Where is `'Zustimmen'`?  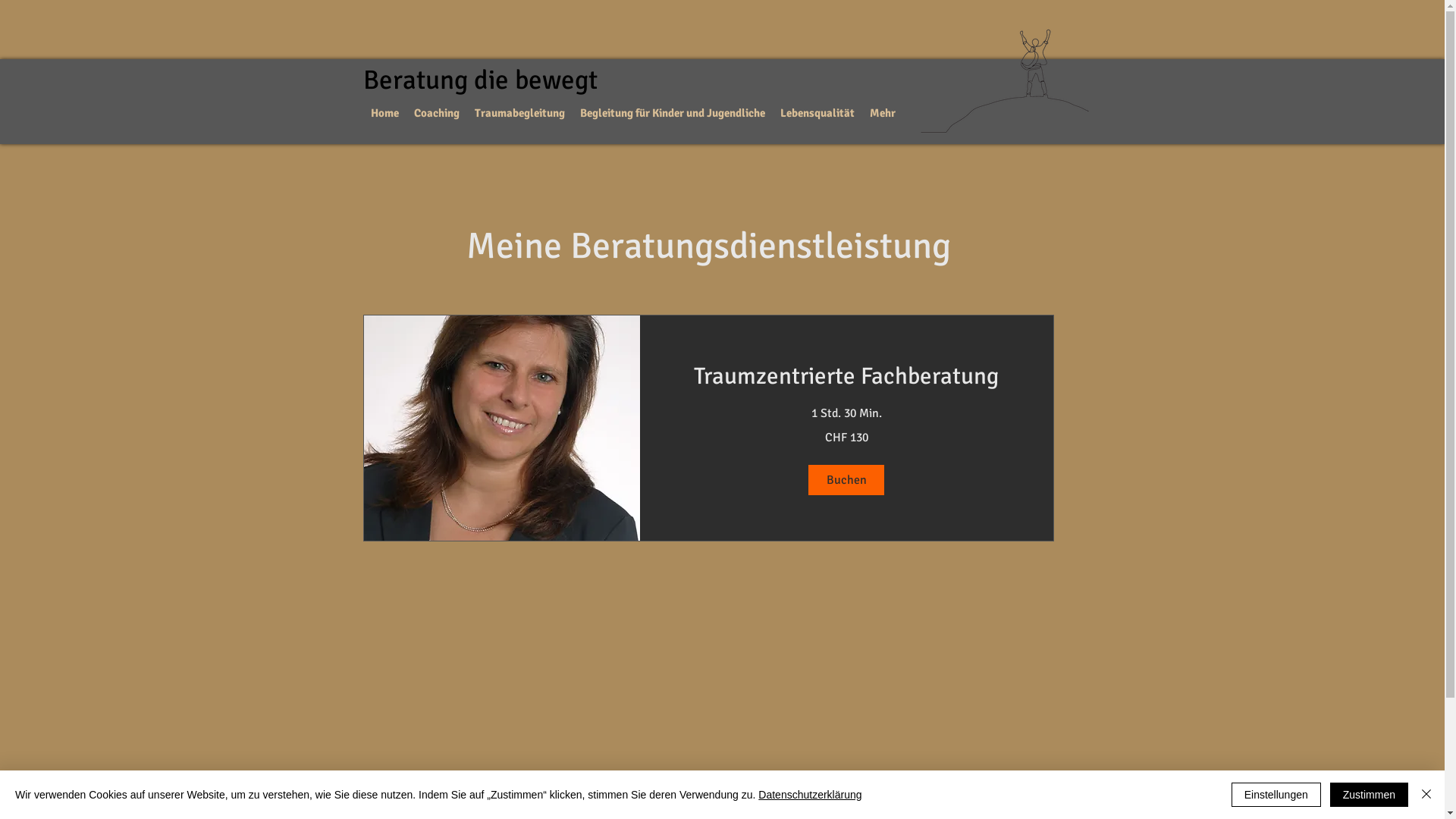
'Zustimmen' is located at coordinates (1369, 794).